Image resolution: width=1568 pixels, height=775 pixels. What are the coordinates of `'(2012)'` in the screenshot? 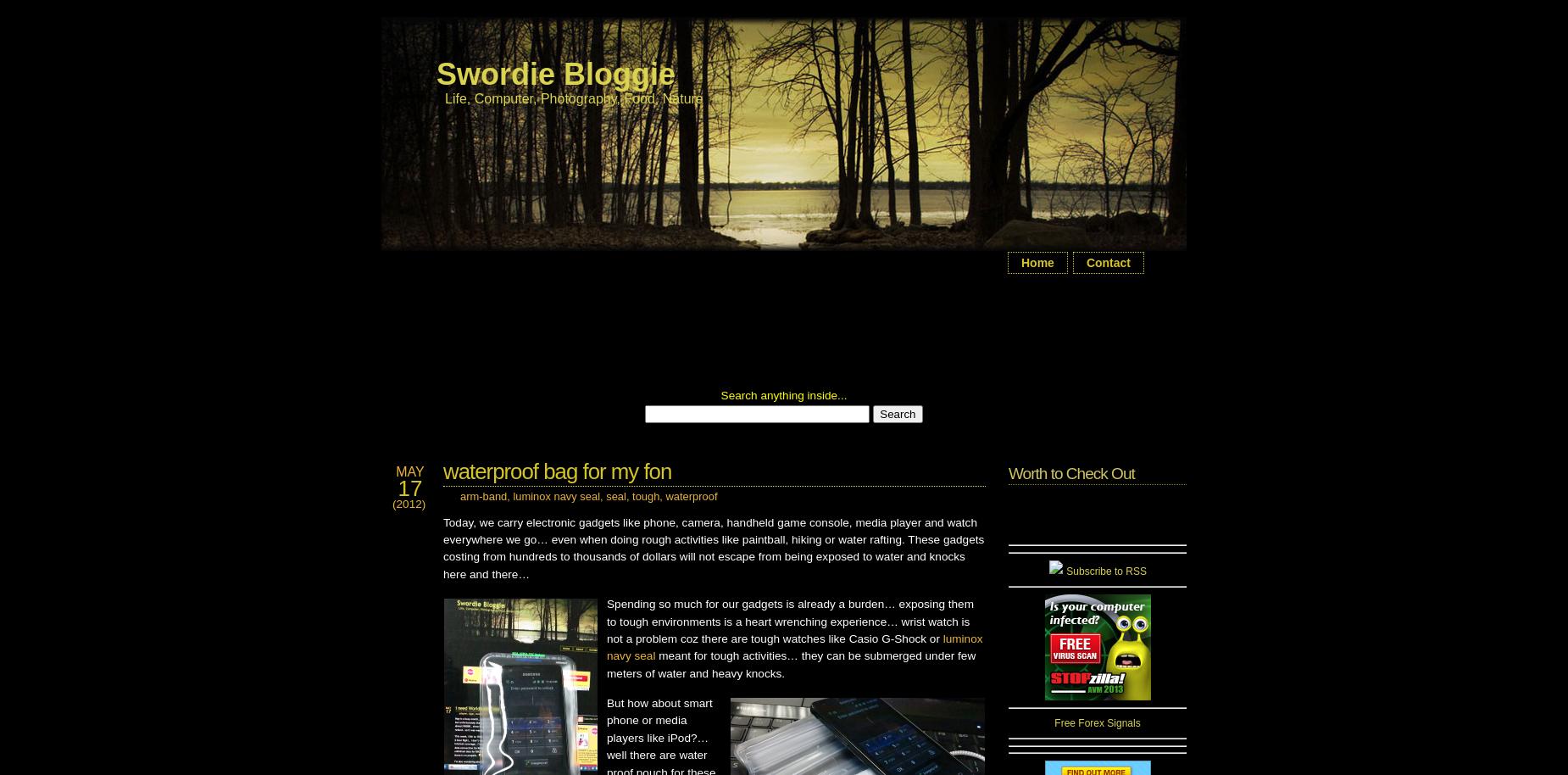 It's located at (409, 504).